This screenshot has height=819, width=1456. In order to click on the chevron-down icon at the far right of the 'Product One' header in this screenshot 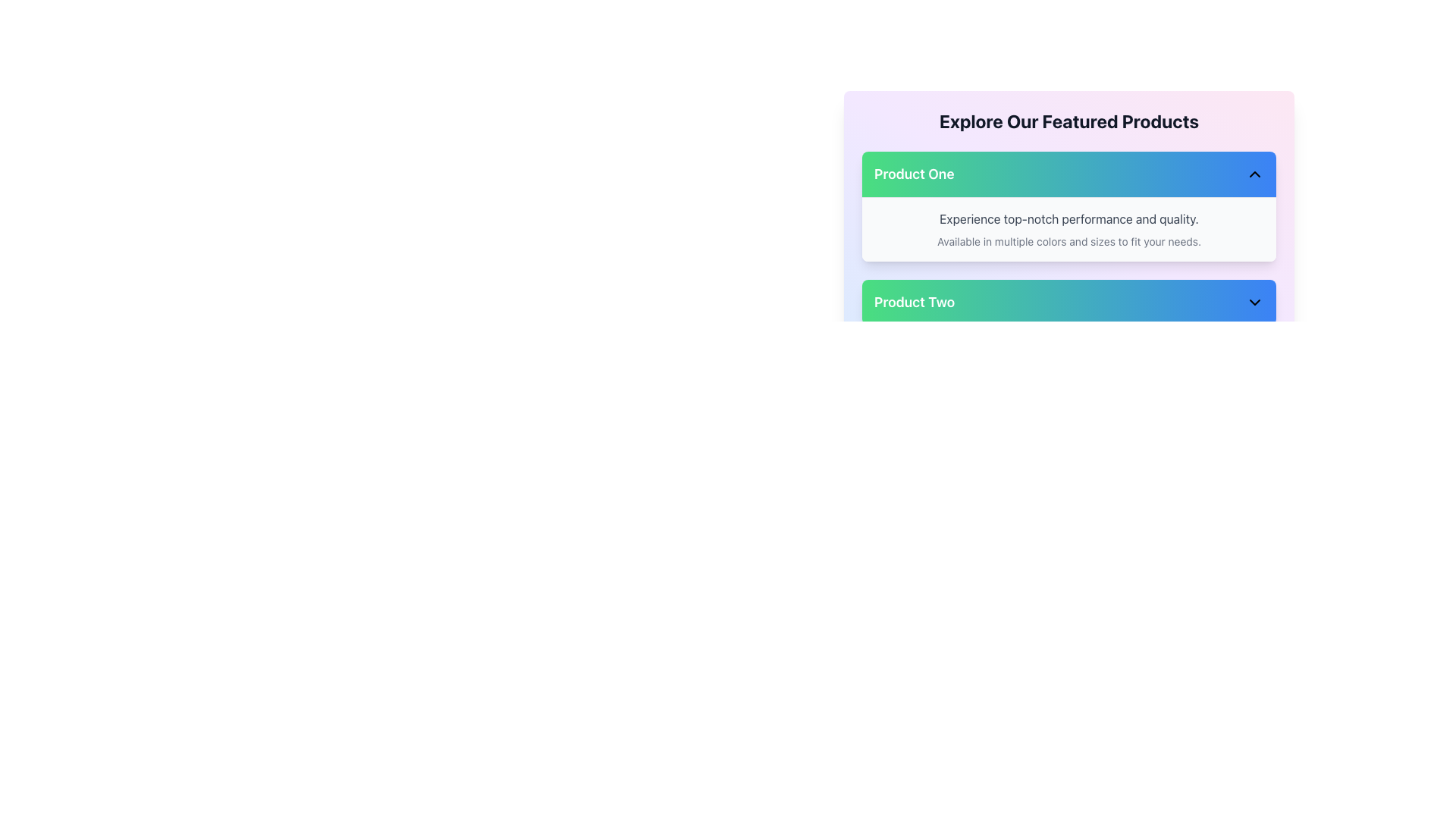, I will do `click(1255, 174)`.